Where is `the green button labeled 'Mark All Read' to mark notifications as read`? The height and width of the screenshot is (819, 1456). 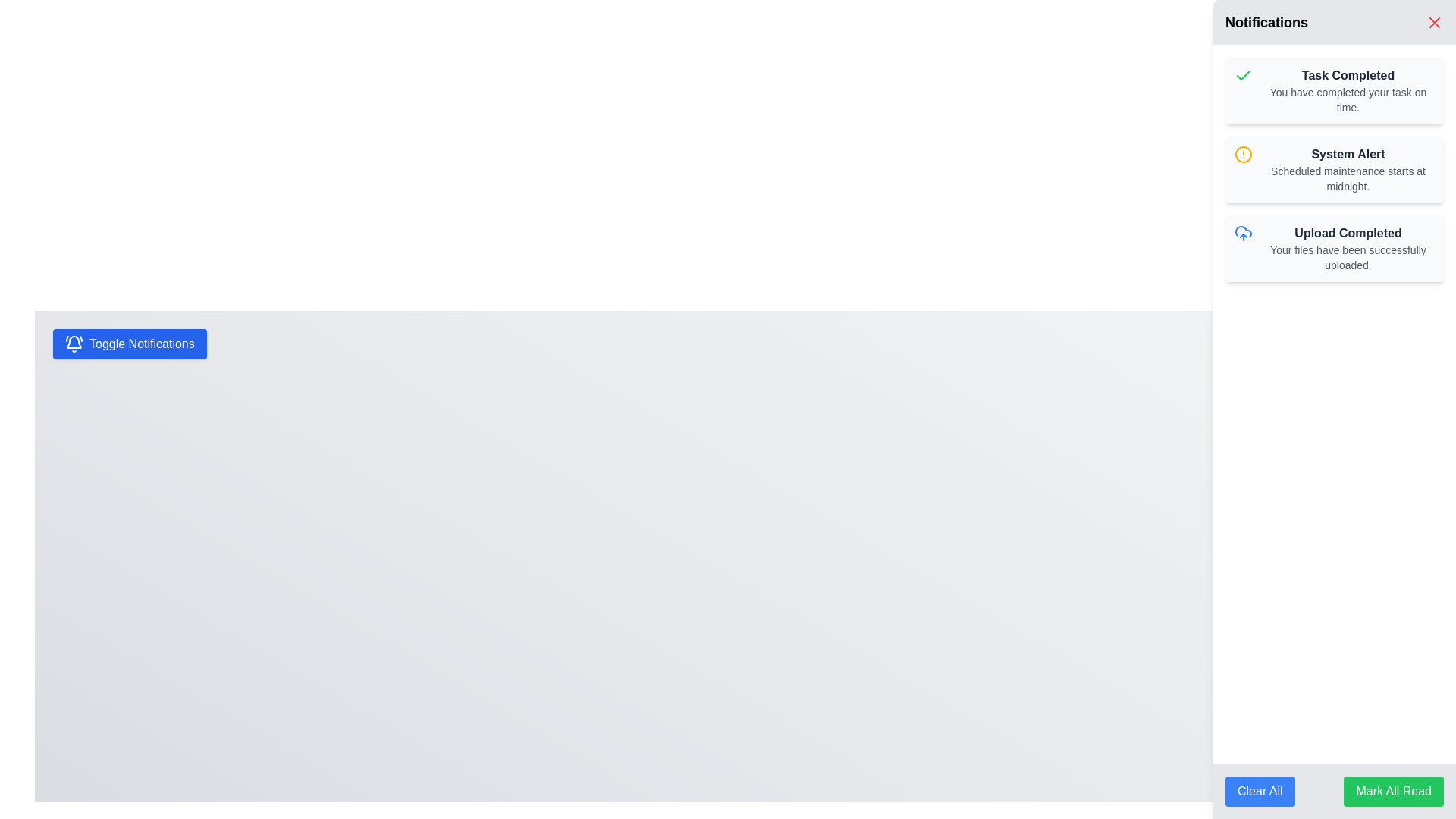
the green button labeled 'Mark All Read' to mark notifications as read is located at coordinates (1394, 791).